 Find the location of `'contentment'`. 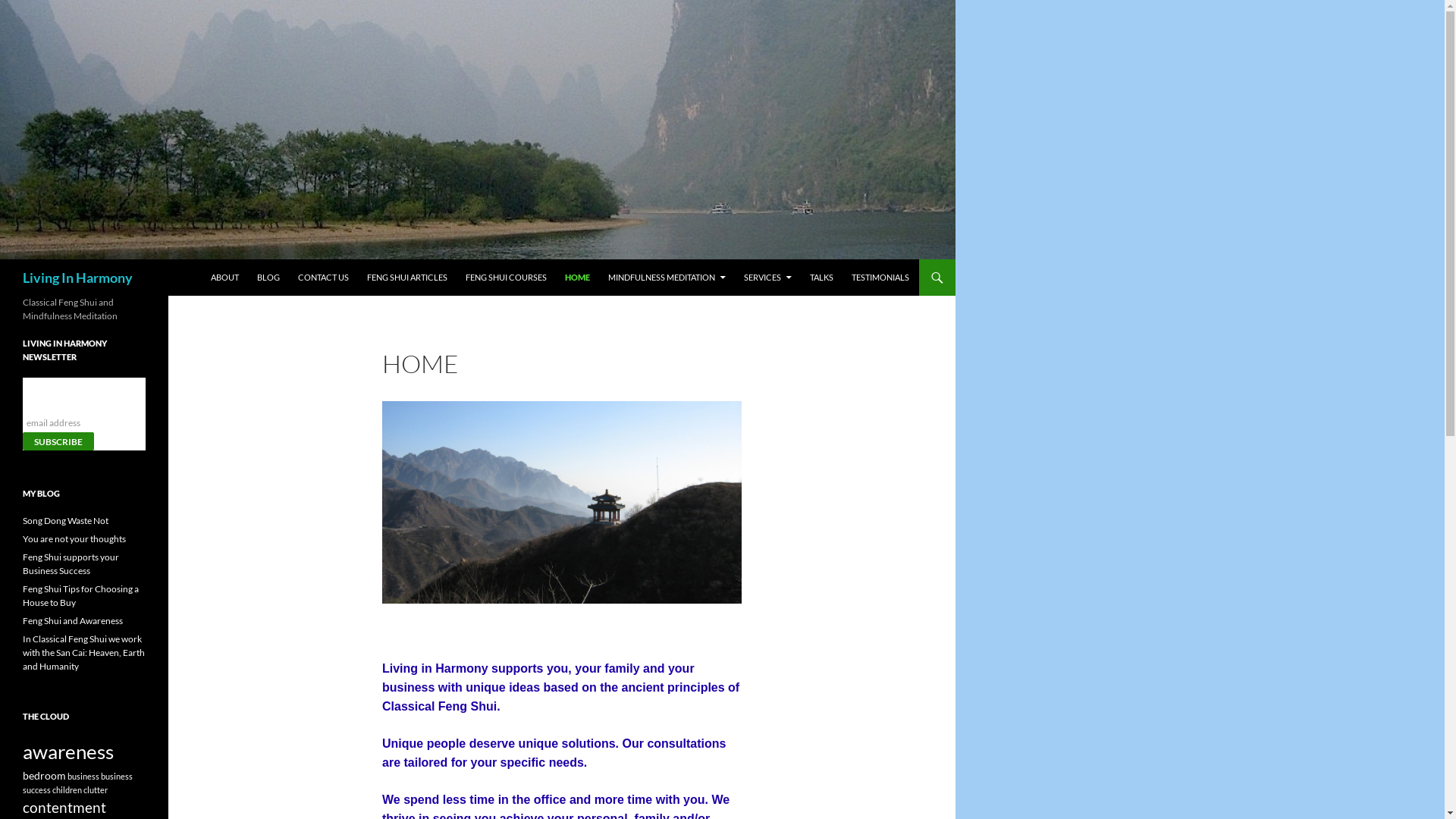

'contentment' is located at coordinates (64, 806).